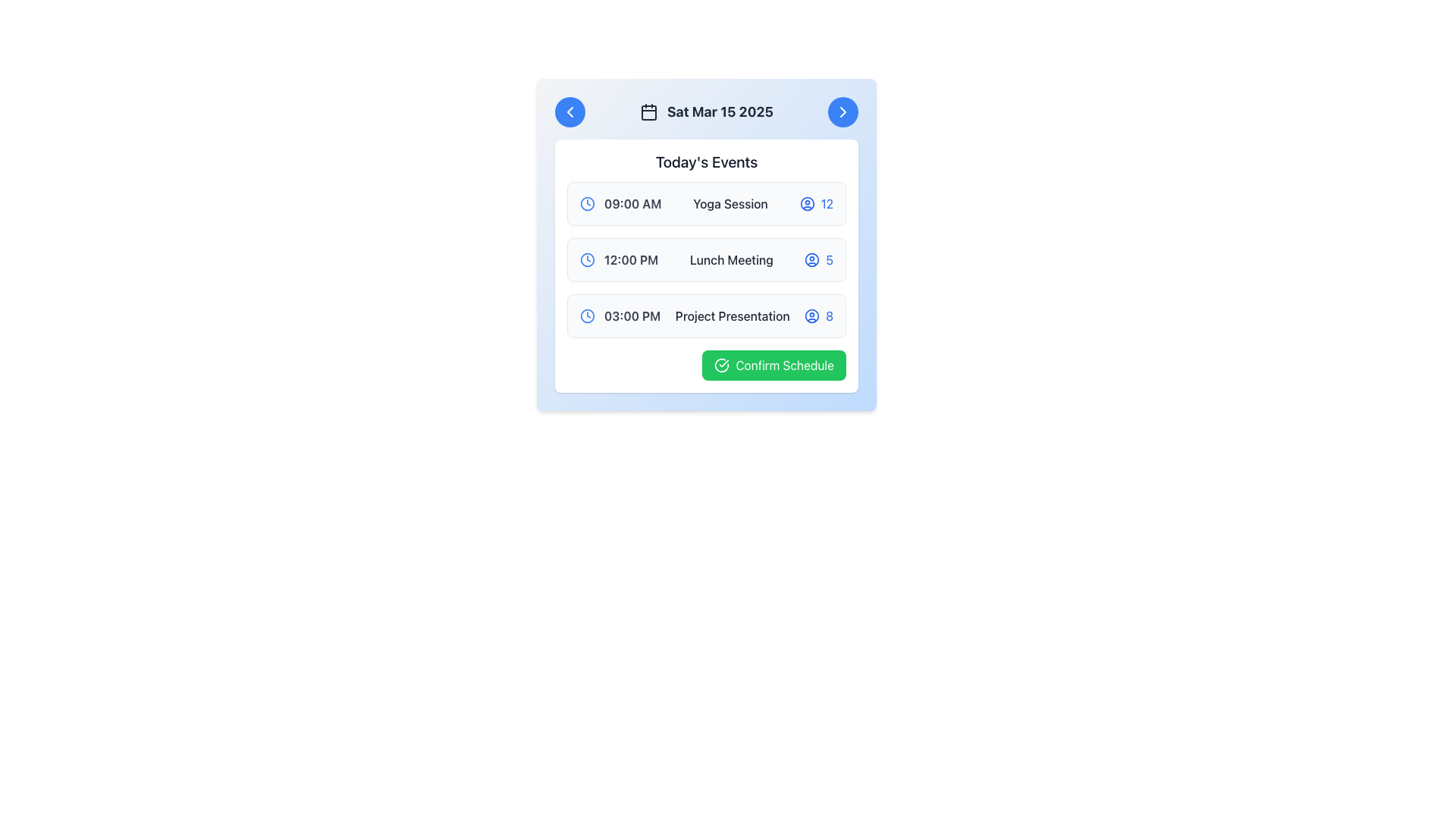 The width and height of the screenshot is (1456, 819). Describe the element at coordinates (570, 111) in the screenshot. I see `the blue circular button SVG icon located at the top-left corner of the header section` at that location.